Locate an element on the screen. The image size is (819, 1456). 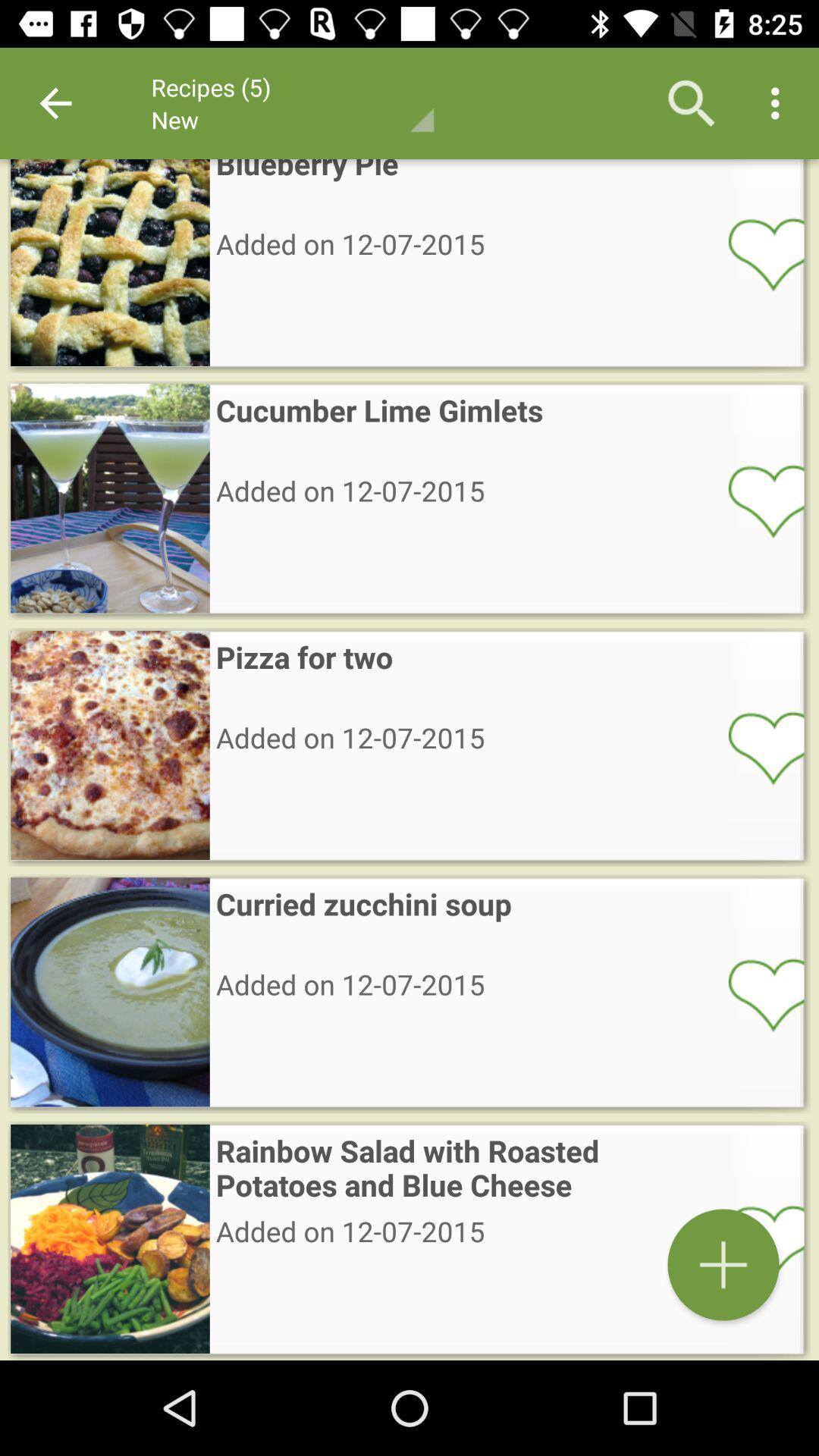
to favorites is located at coordinates (756, 500).